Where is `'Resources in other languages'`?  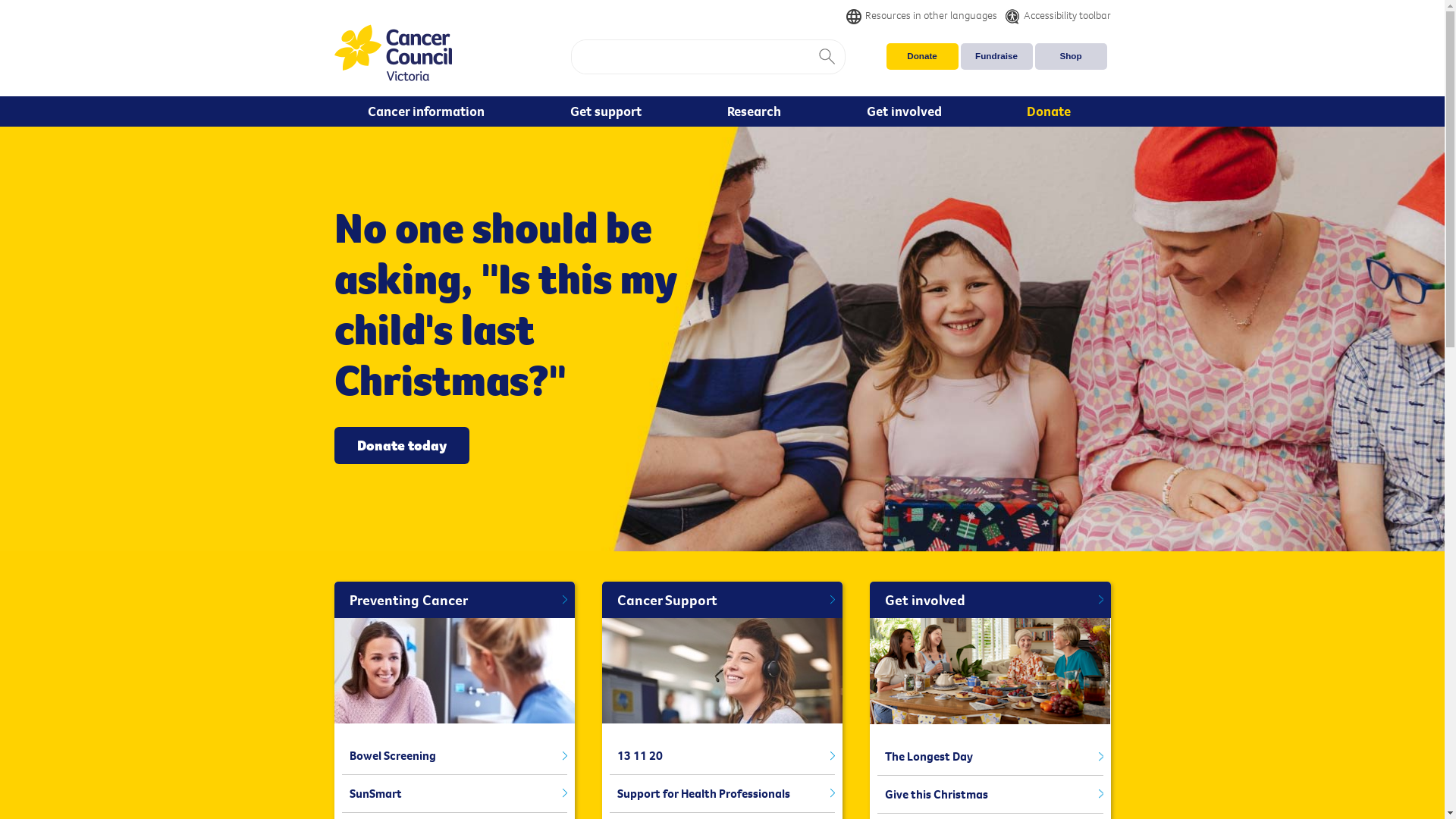 'Resources in other languages' is located at coordinates (921, 14).